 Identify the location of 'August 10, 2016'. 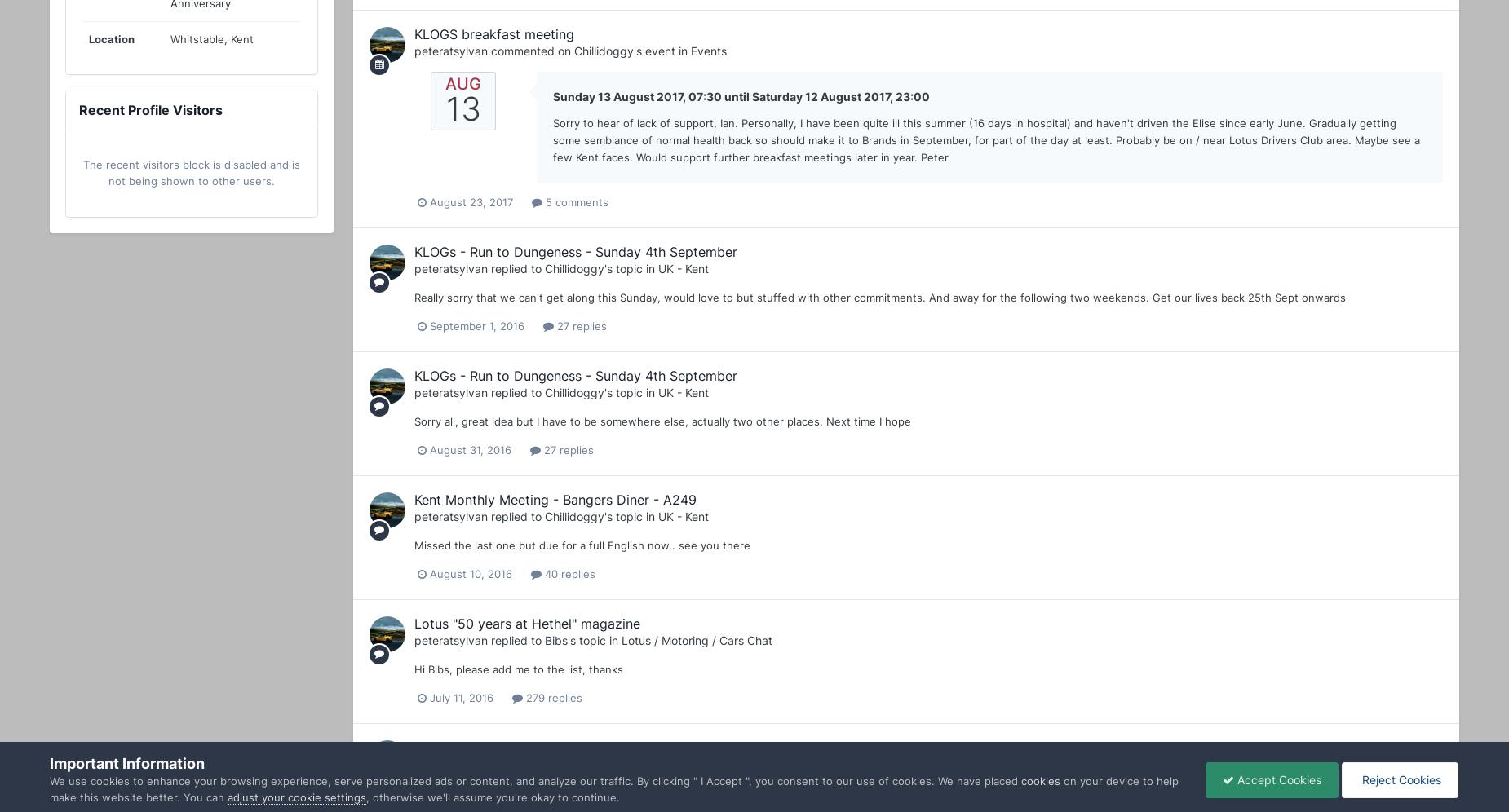
(471, 572).